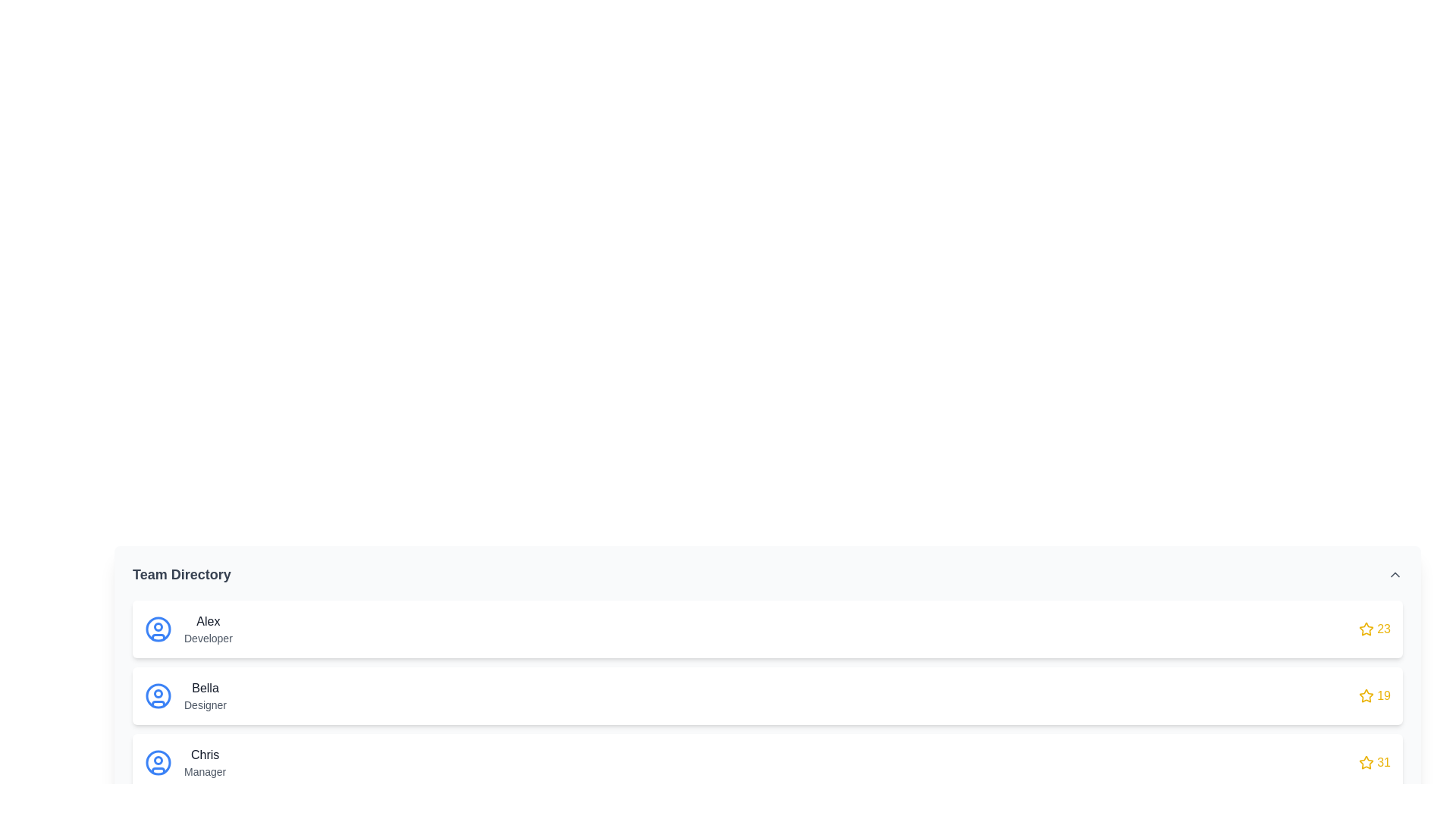 Image resolution: width=1456 pixels, height=819 pixels. Describe the element at coordinates (181, 575) in the screenshot. I see `the 'Team Directory' text label, which is prominently styled in bold, dark gray font, located on the left side of the interface` at that location.